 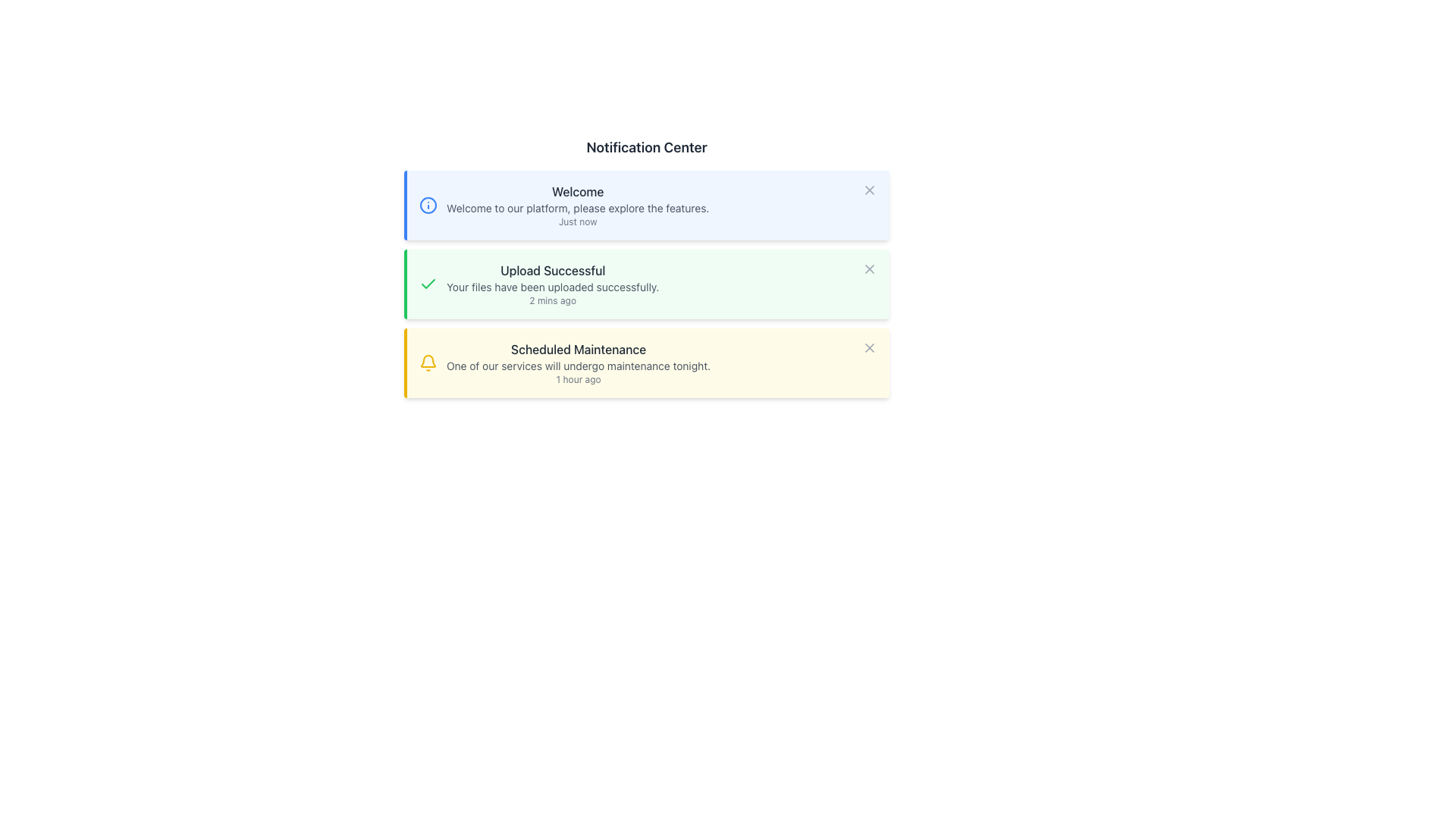 What do you see at coordinates (578, 366) in the screenshot?
I see `text string 'One of our services will undergo maintenance tonight.' located within the notification card titled 'Scheduled Maintenance' in the Notification Center` at bounding box center [578, 366].